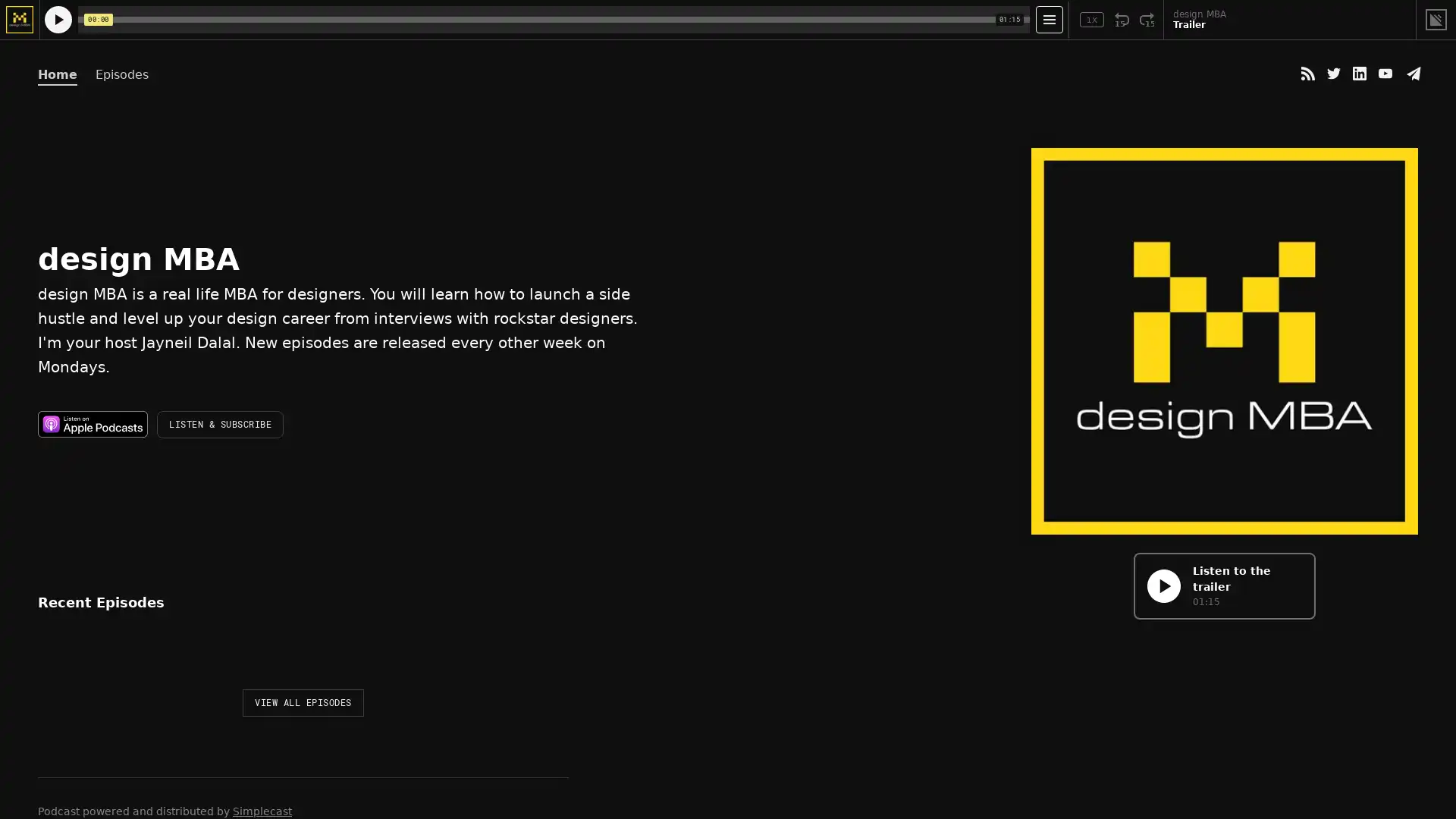 Image resolution: width=1456 pixels, height=819 pixels. What do you see at coordinates (1122, 20) in the screenshot?
I see `Rewind 15 Seconds` at bounding box center [1122, 20].